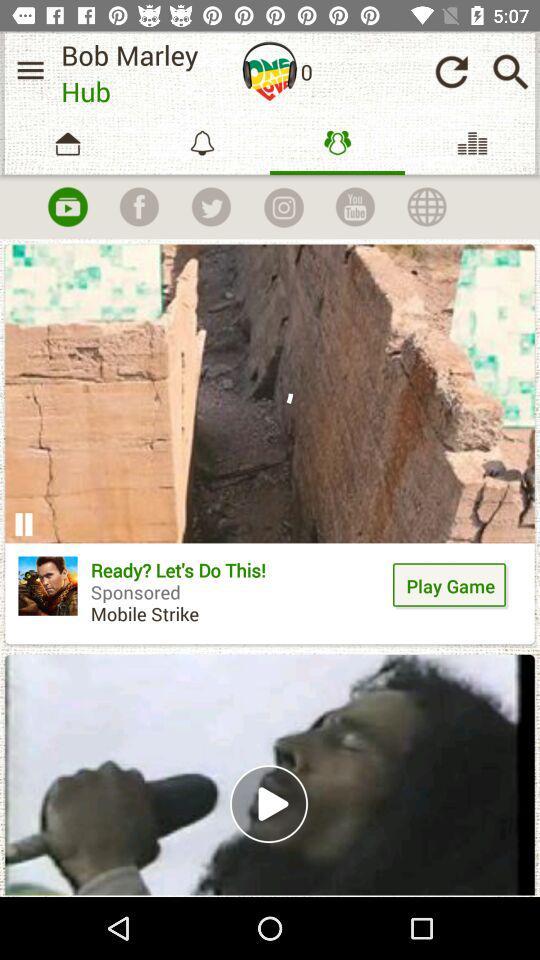 The width and height of the screenshot is (540, 960). What do you see at coordinates (354, 206) in the screenshot?
I see `the icon right of instagram icon` at bounding box center [354, 206].